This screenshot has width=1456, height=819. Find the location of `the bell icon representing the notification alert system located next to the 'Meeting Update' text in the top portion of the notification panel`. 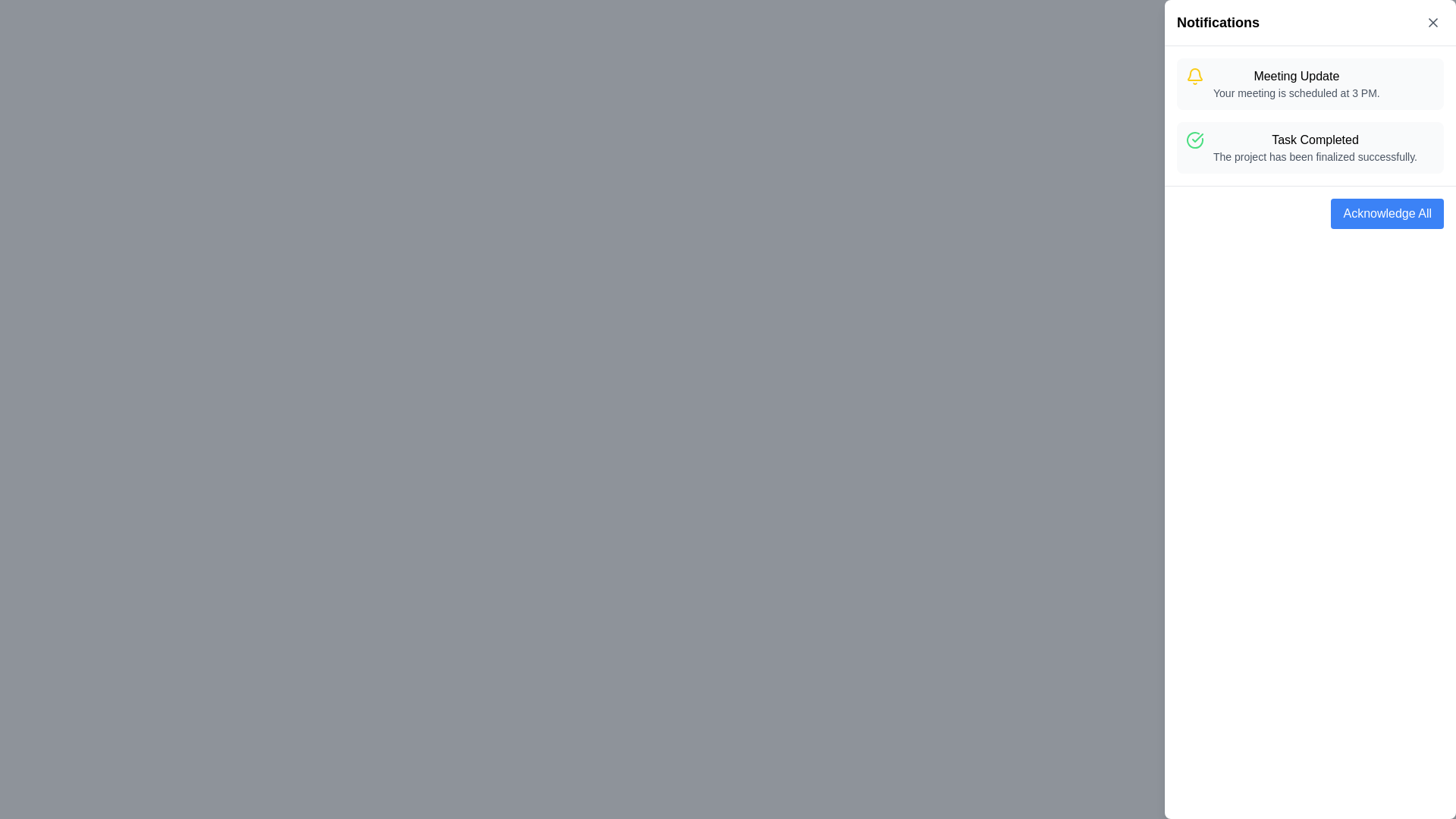

the bell icon representing the notification alert system located next to the 'Meeting Update' text in the top portion of the notification panel is located at coordinates (1194, 74).